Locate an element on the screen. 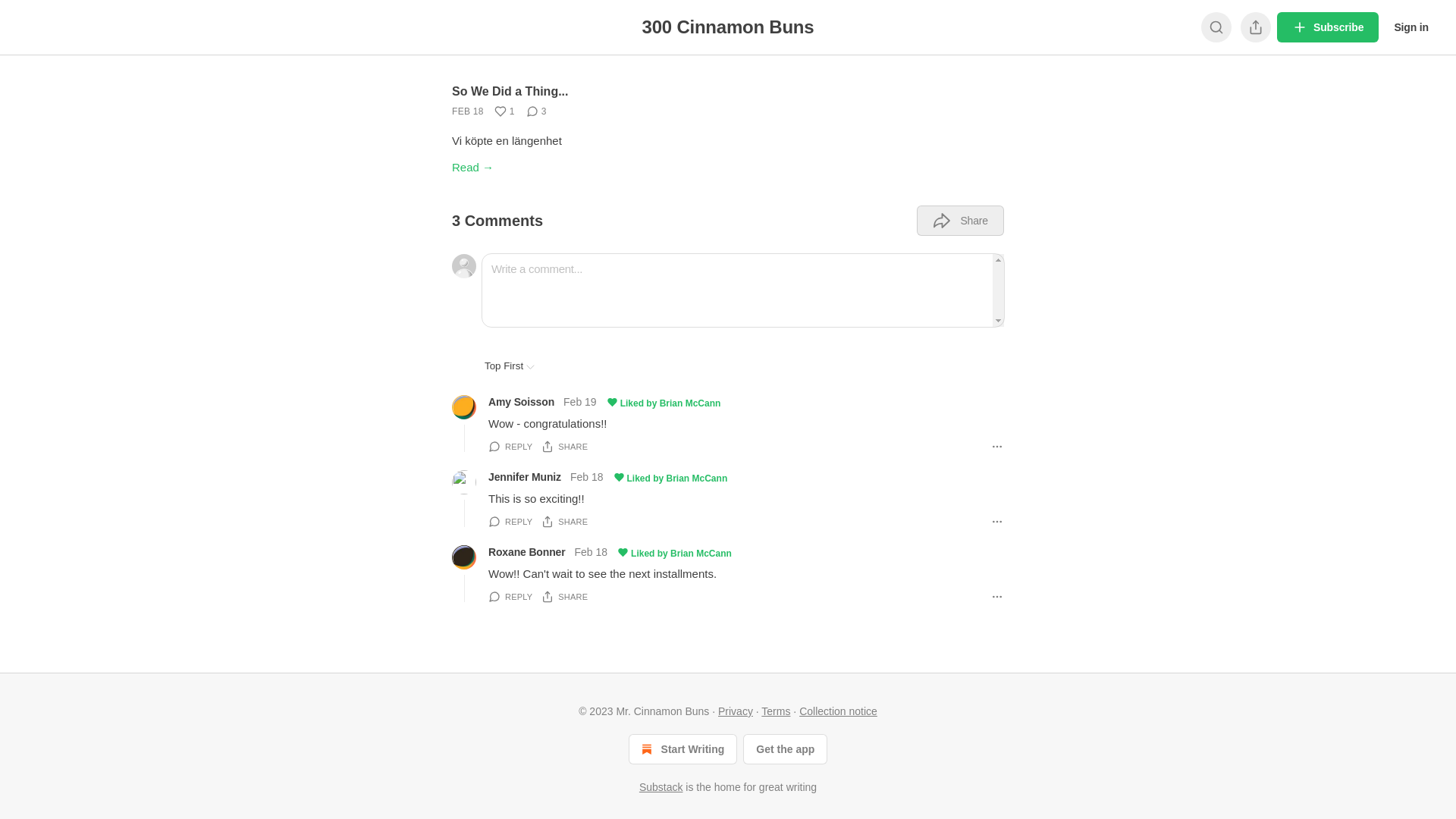 This screenshot has width=1456, height=819. 'Substack' is located at coordinates (639, 786).